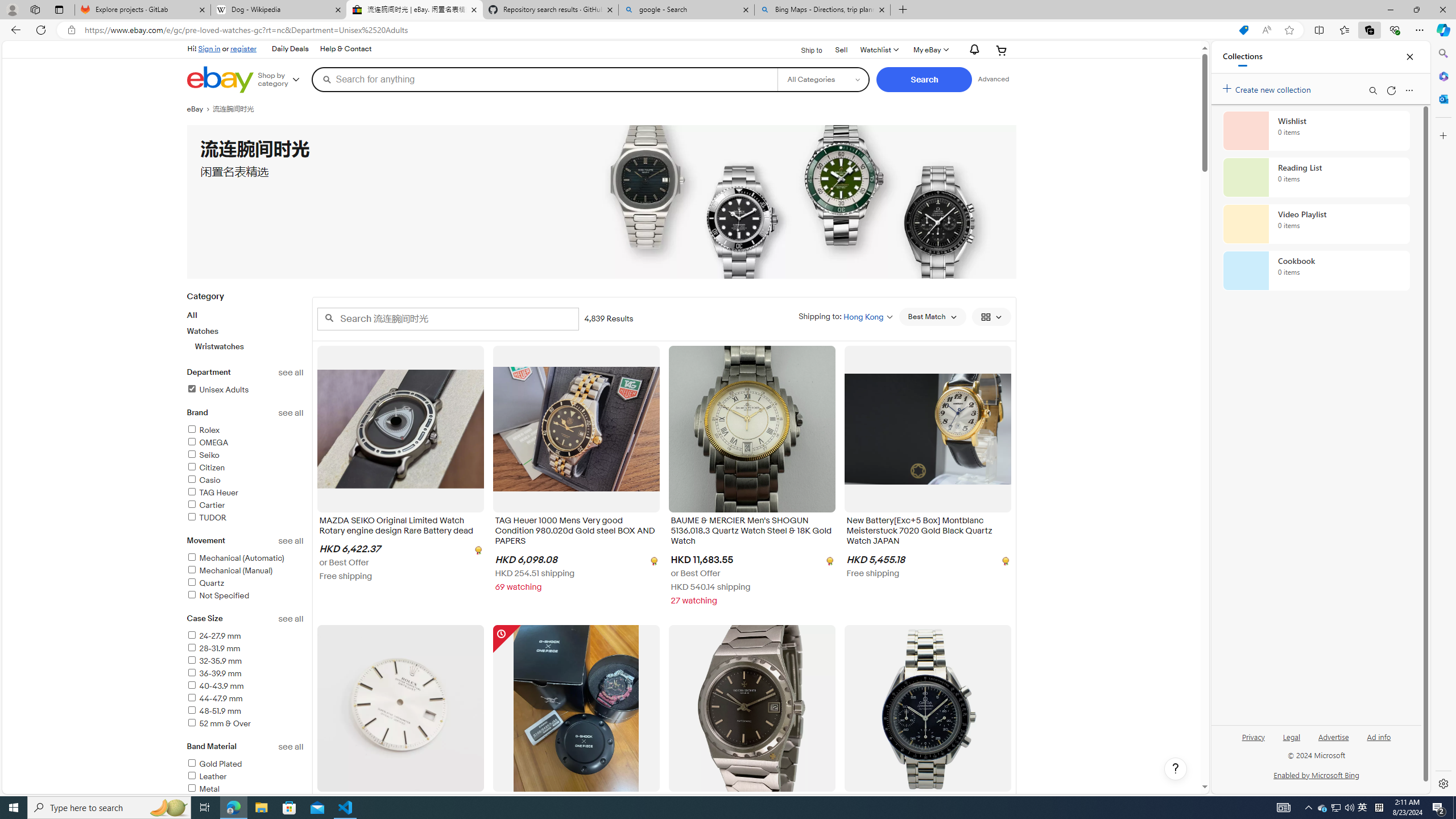  Describe the element at coordinates (217, 595) in the screenshot. I see `'Not Specified'` at that location.